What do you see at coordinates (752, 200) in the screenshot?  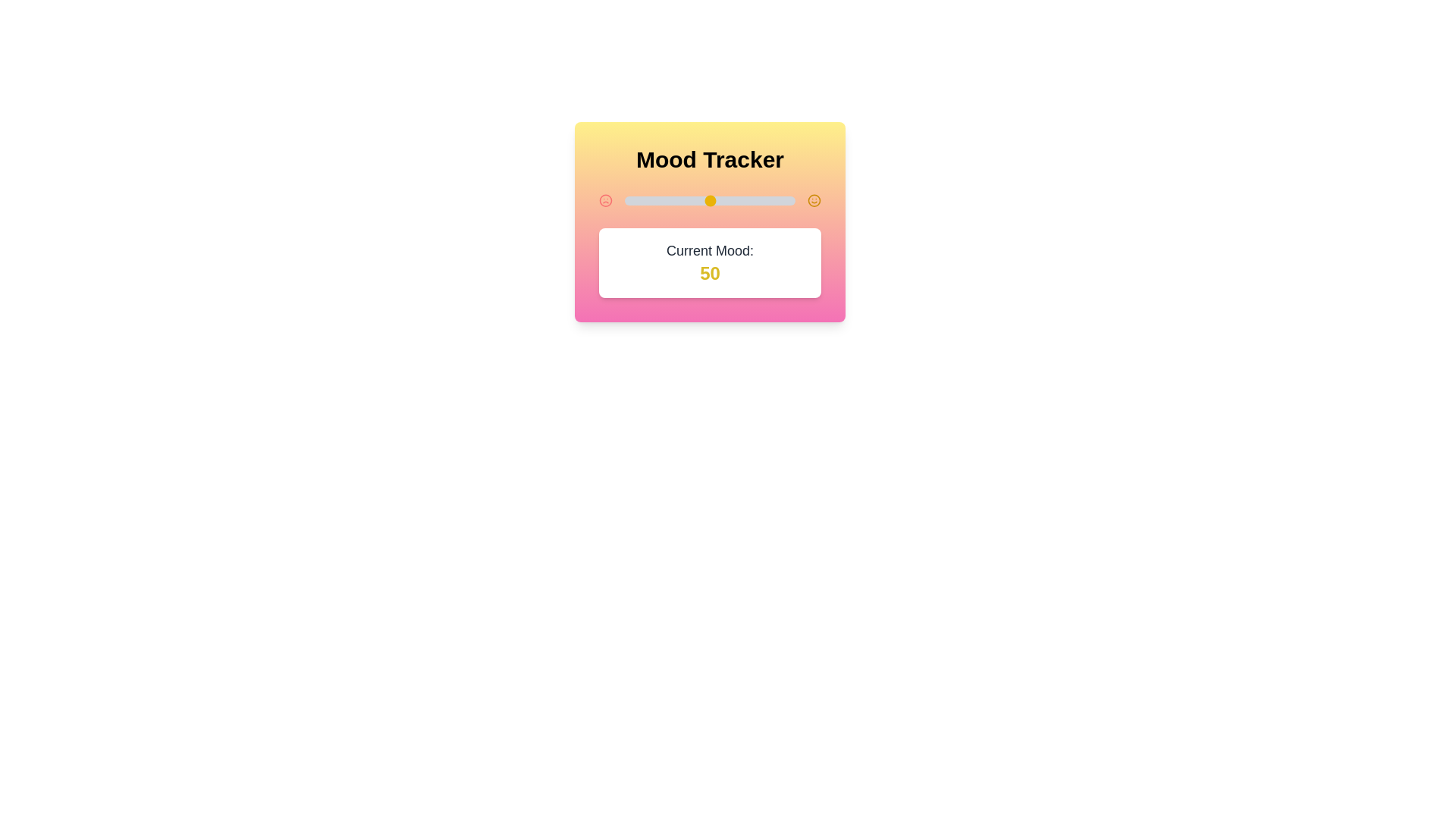 I see `the mood slider to set the mood value to 75` at bounding box center [752, 200].